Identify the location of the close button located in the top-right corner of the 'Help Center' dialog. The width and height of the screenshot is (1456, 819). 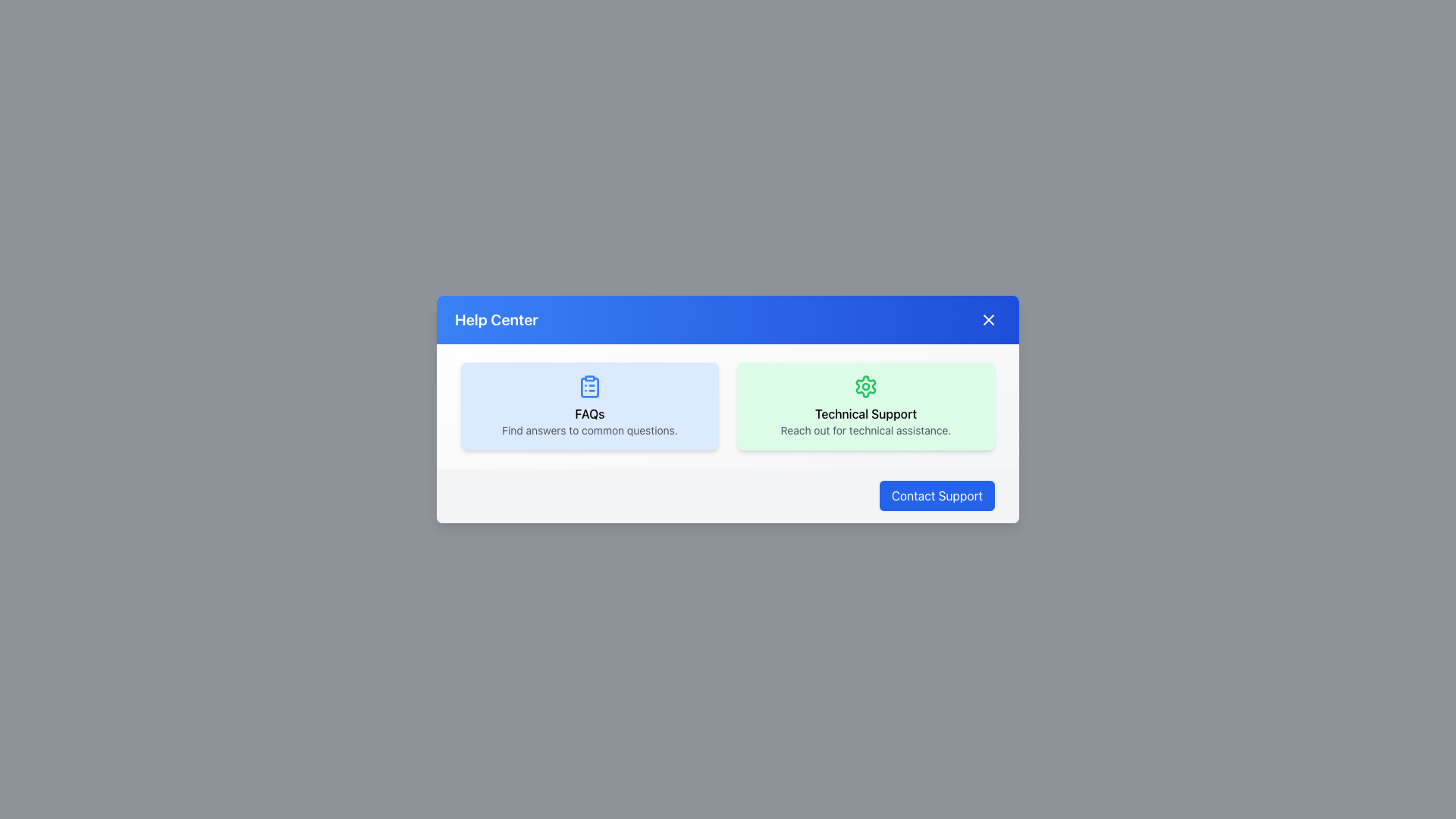
(989, 318).